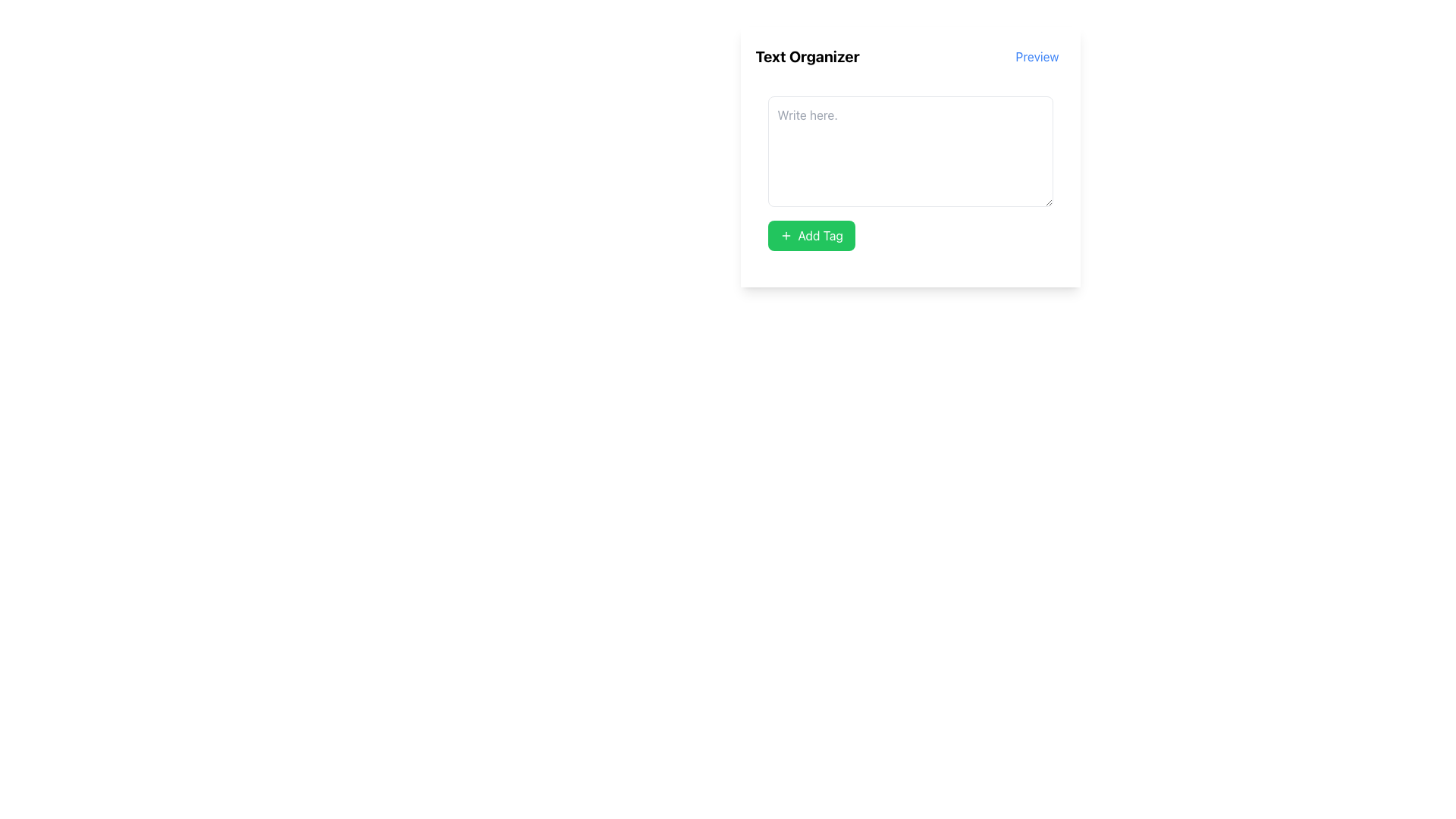 Image resolution: width=1456 pixels, height=819 pixels. What do you see at coordinates (910, 236) in the screenshot?
I see `the green 'Add Tag' button with rounded corners` at bounding box center [910, 236].